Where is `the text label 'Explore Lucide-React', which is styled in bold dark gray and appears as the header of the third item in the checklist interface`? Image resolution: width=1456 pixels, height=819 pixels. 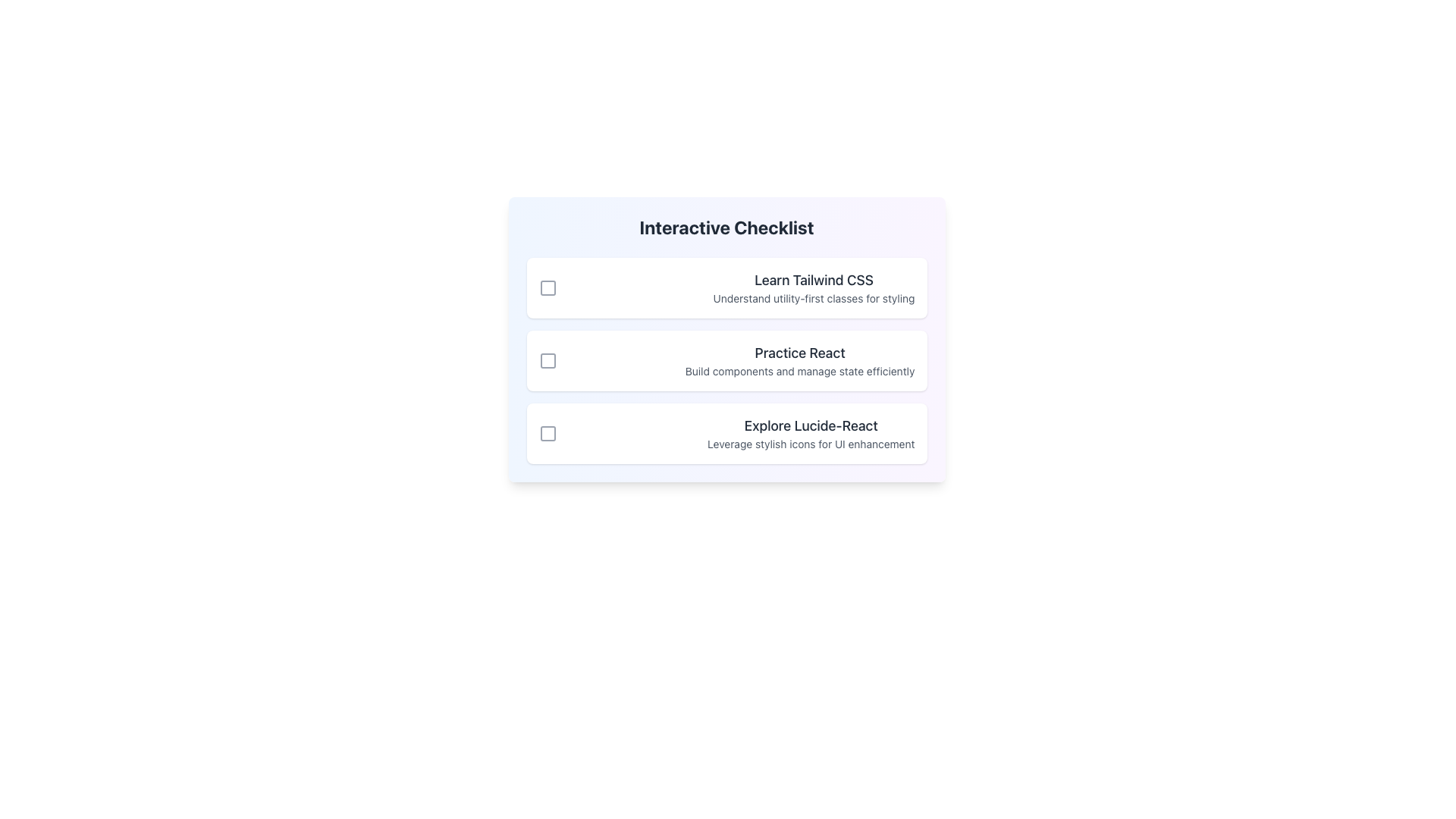 the text label 'Explore Lucide-React', which is styled in bold dark gray and appears as the header of the third item in the checklist interface is located at coordinates (810, 426).